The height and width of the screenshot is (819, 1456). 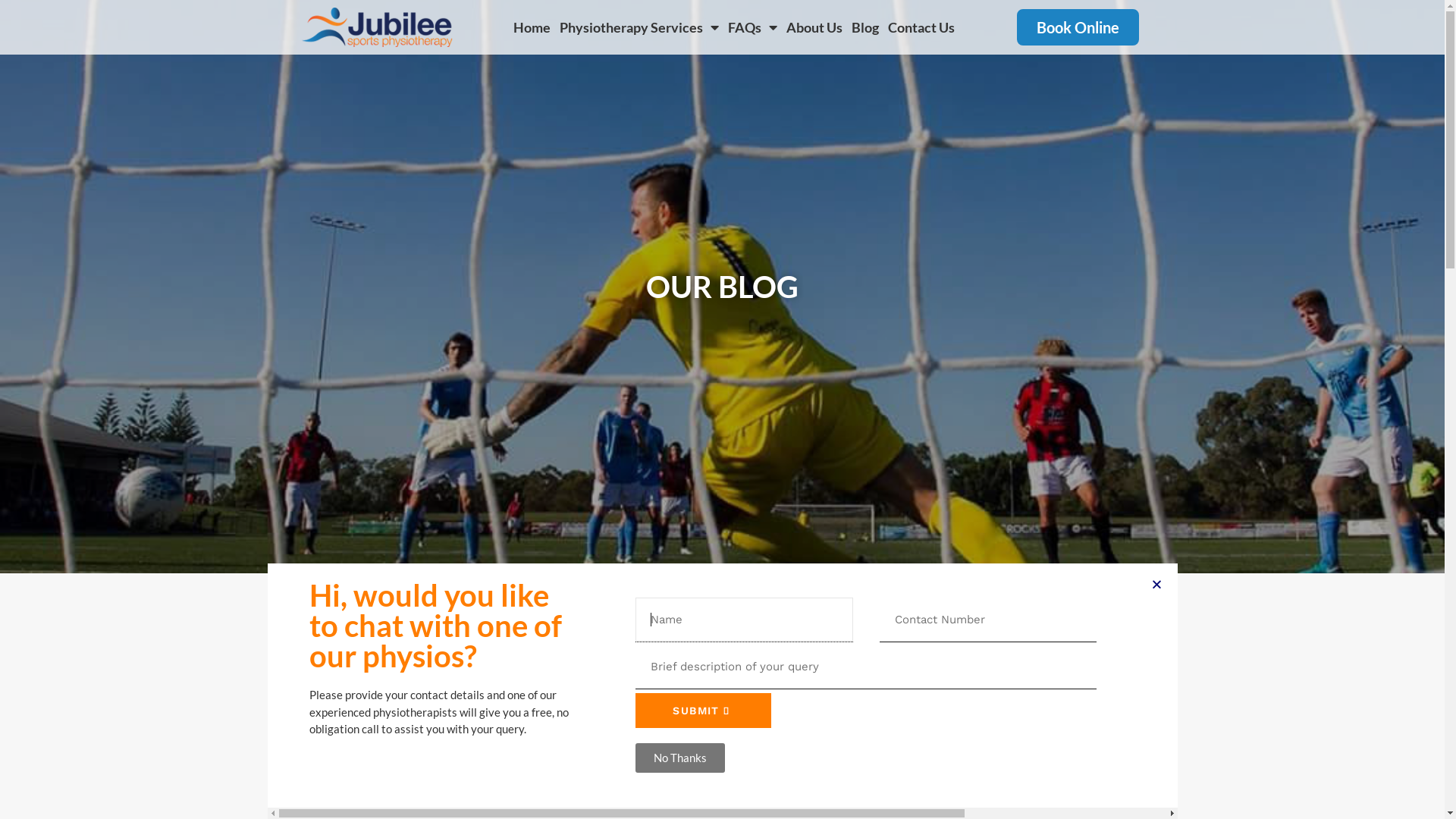 I want to click on 'Blog', so click(x=865, y=27).